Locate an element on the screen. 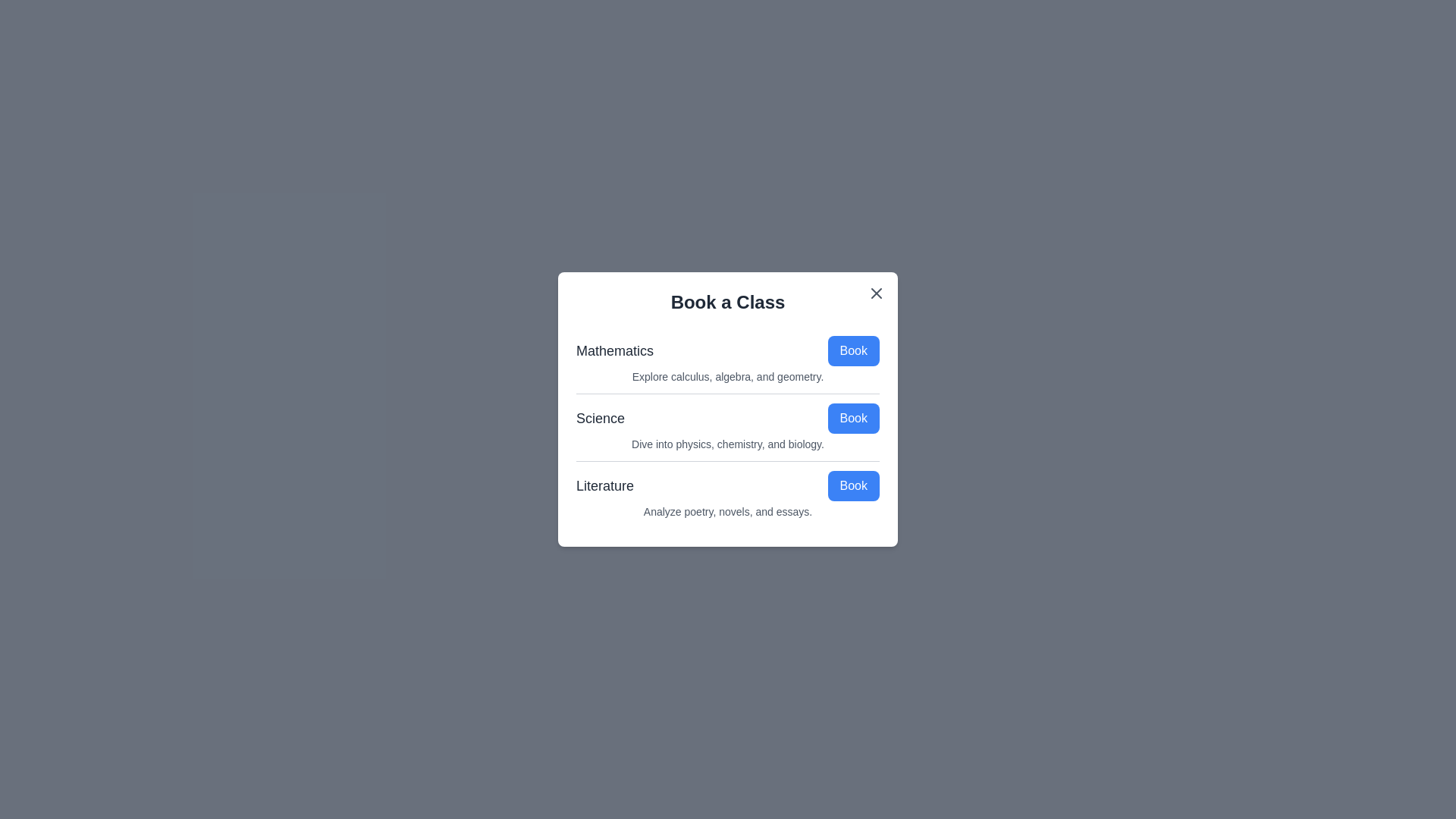 The width and height of the screenshot is (1456, 819). the 'Book' button for the topic Science is located at coordinates (853, 418).